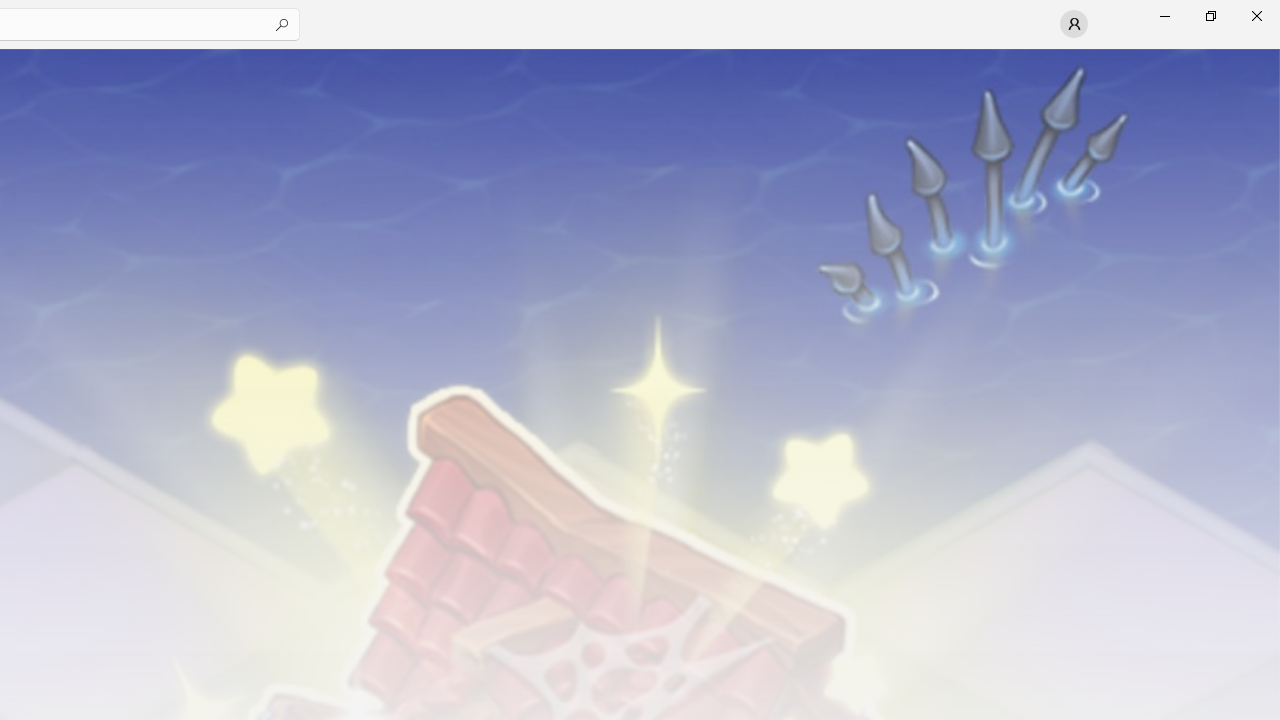 The width and height of the screenshot is (1280, 720). Describe the element at coordinates (1072, 24) in the screenshot. I see `'User profile'` at that location.